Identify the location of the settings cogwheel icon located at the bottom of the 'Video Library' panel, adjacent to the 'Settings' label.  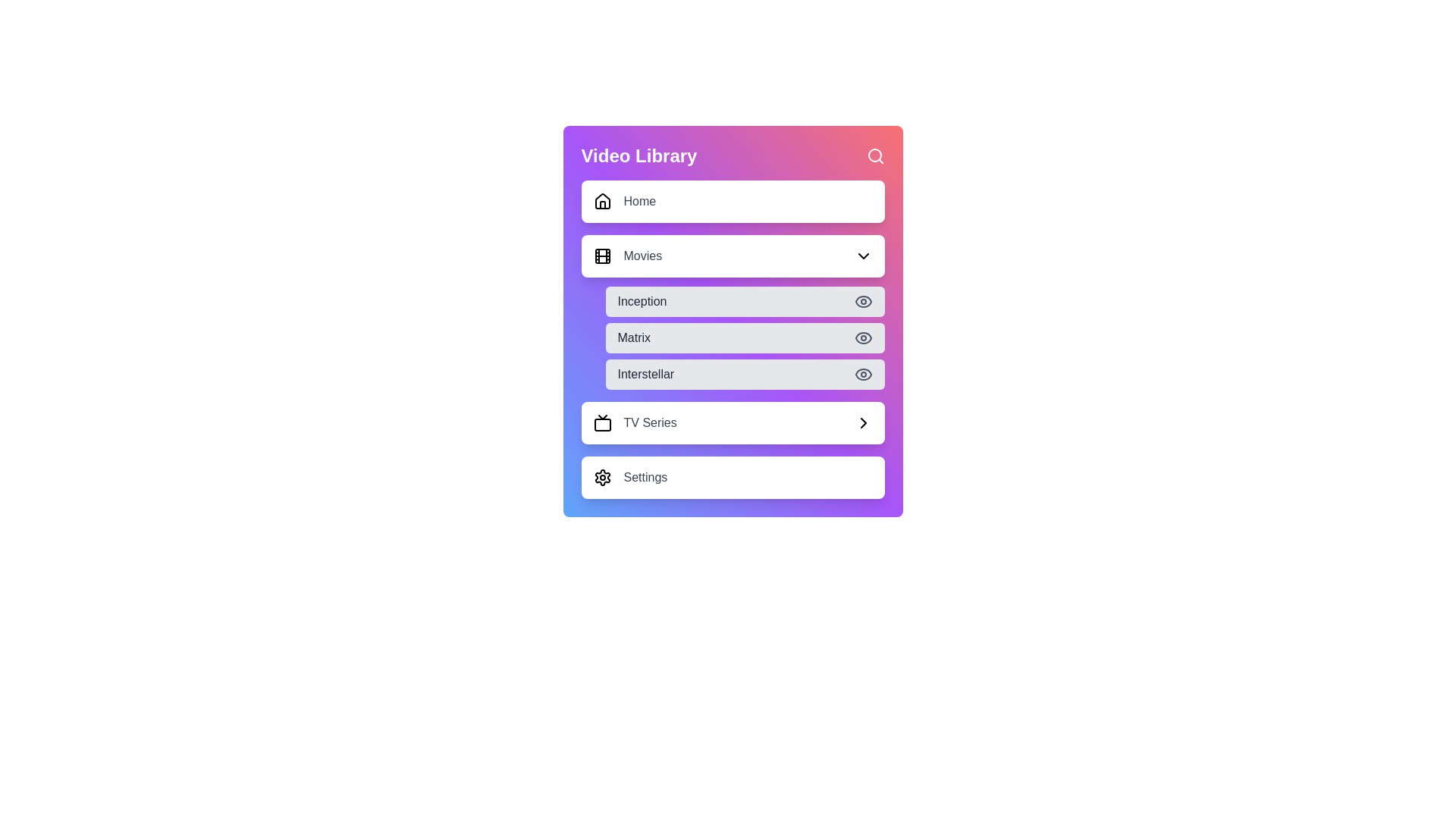
(601, 476).